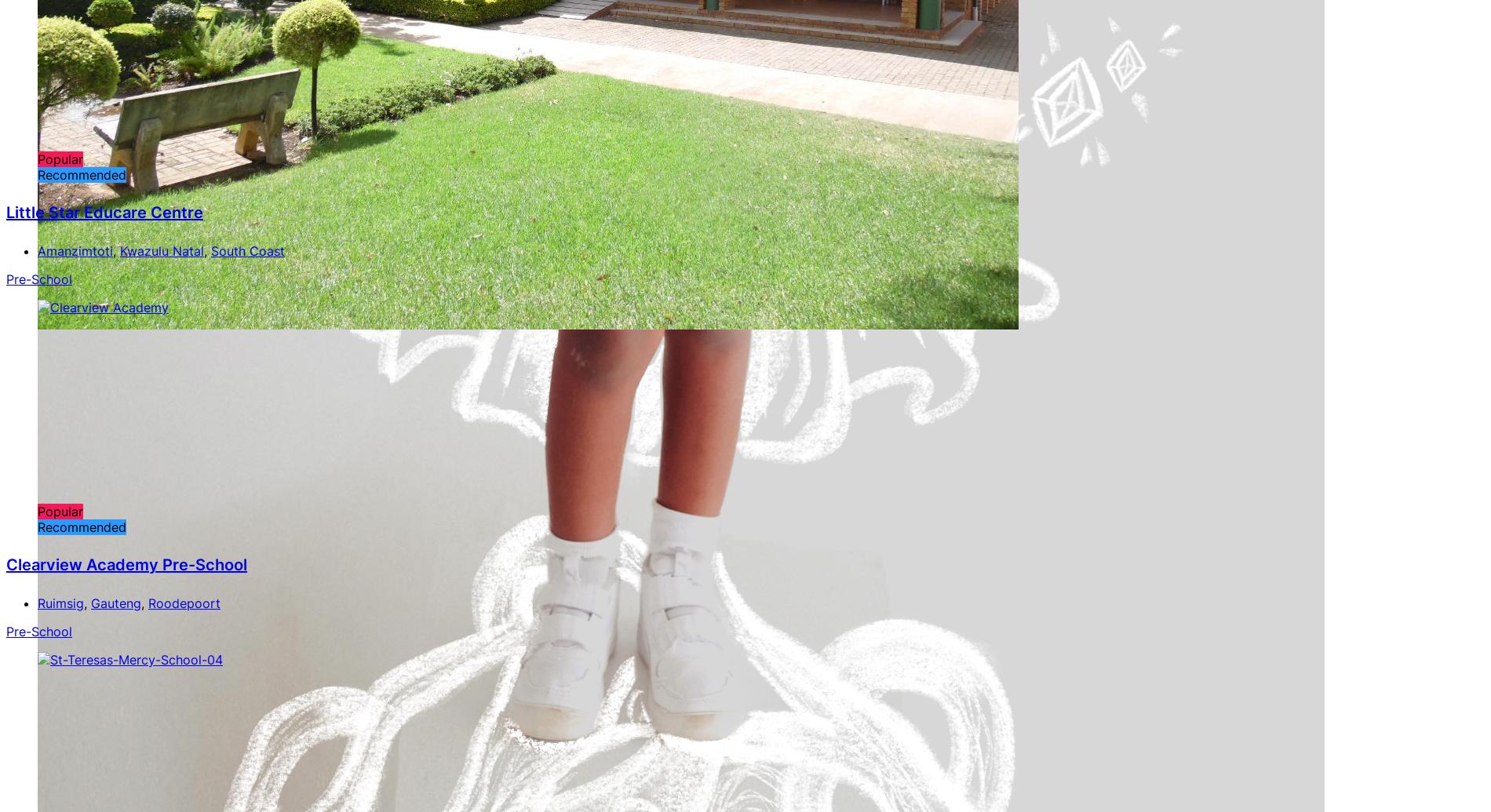 This screenshot has width=1491, height=812. What do you see at coordinates (126, 564) in the screenshot?
I see `'Clearview Academy Pre-School'` at bounding box center [126, 564].